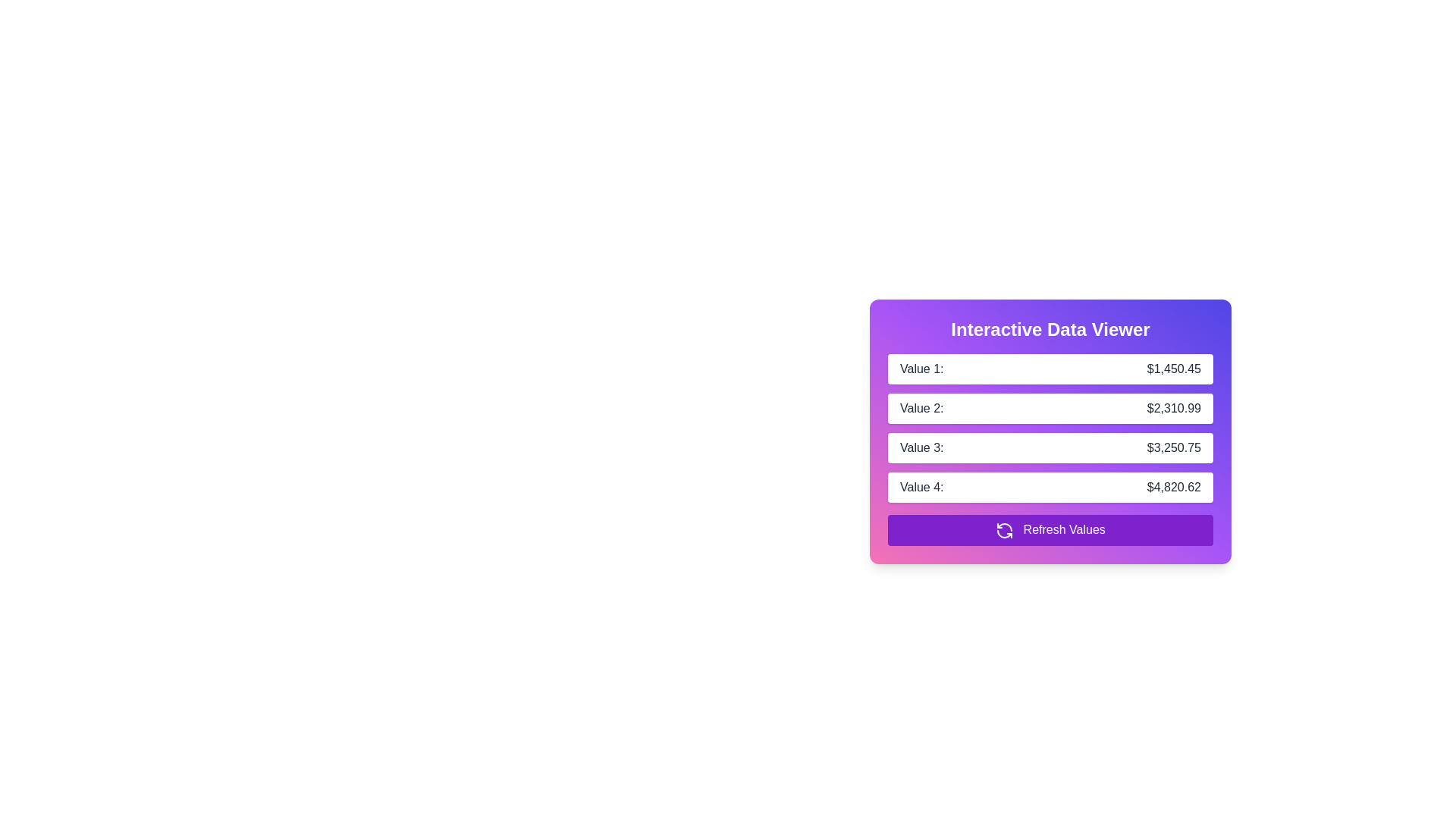  Describe the element at coordinates (1173, 488) in the screenshot. I see `the Text Display that shows the monetary value '$4,820.62', which is visually aligned with the label 'Value 4:' and located in the fourth row of the 'Interactive Data Viewer'` at that location.